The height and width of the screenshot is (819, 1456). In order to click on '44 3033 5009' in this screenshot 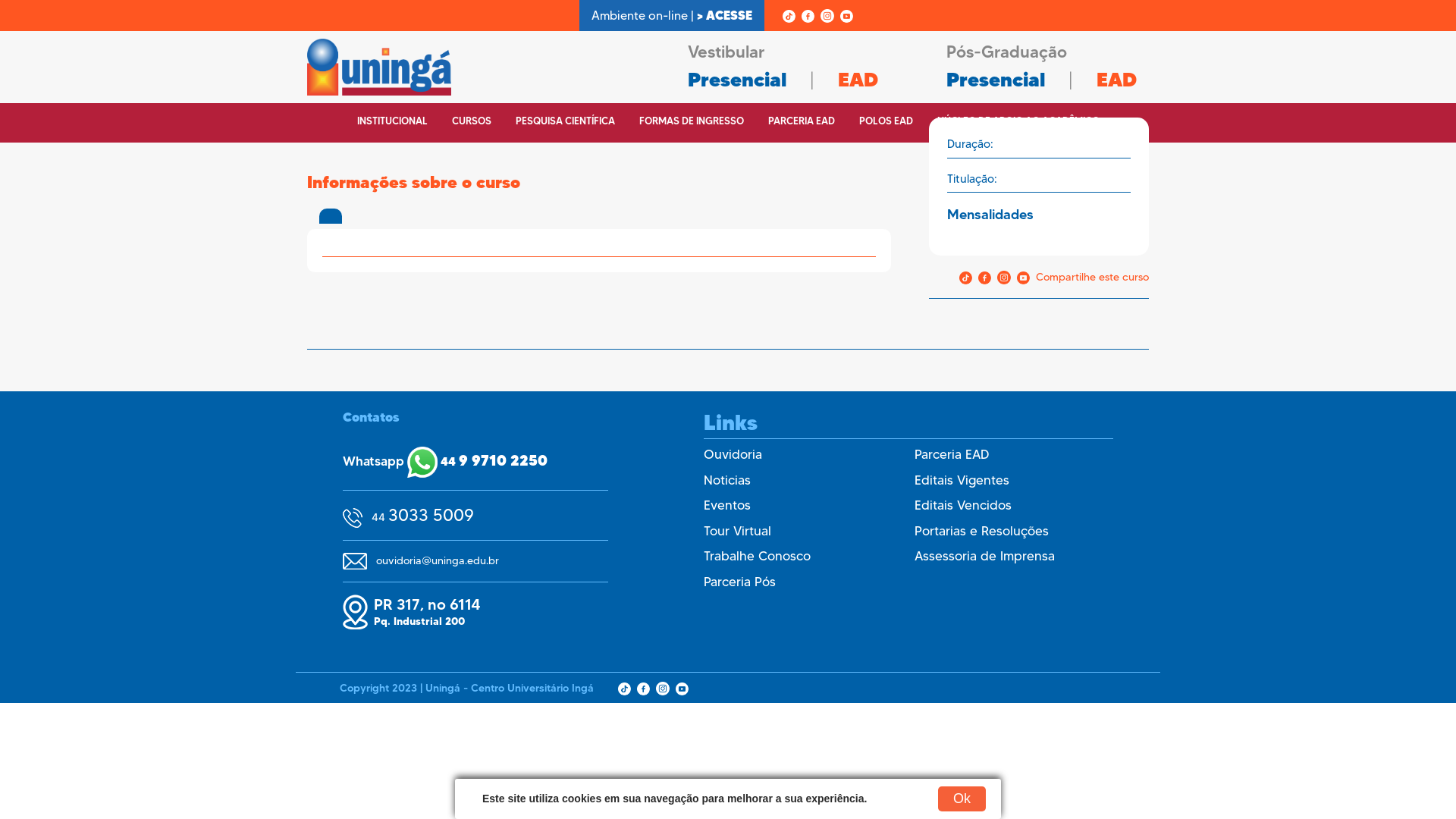, I will do `click(475, 514)`.